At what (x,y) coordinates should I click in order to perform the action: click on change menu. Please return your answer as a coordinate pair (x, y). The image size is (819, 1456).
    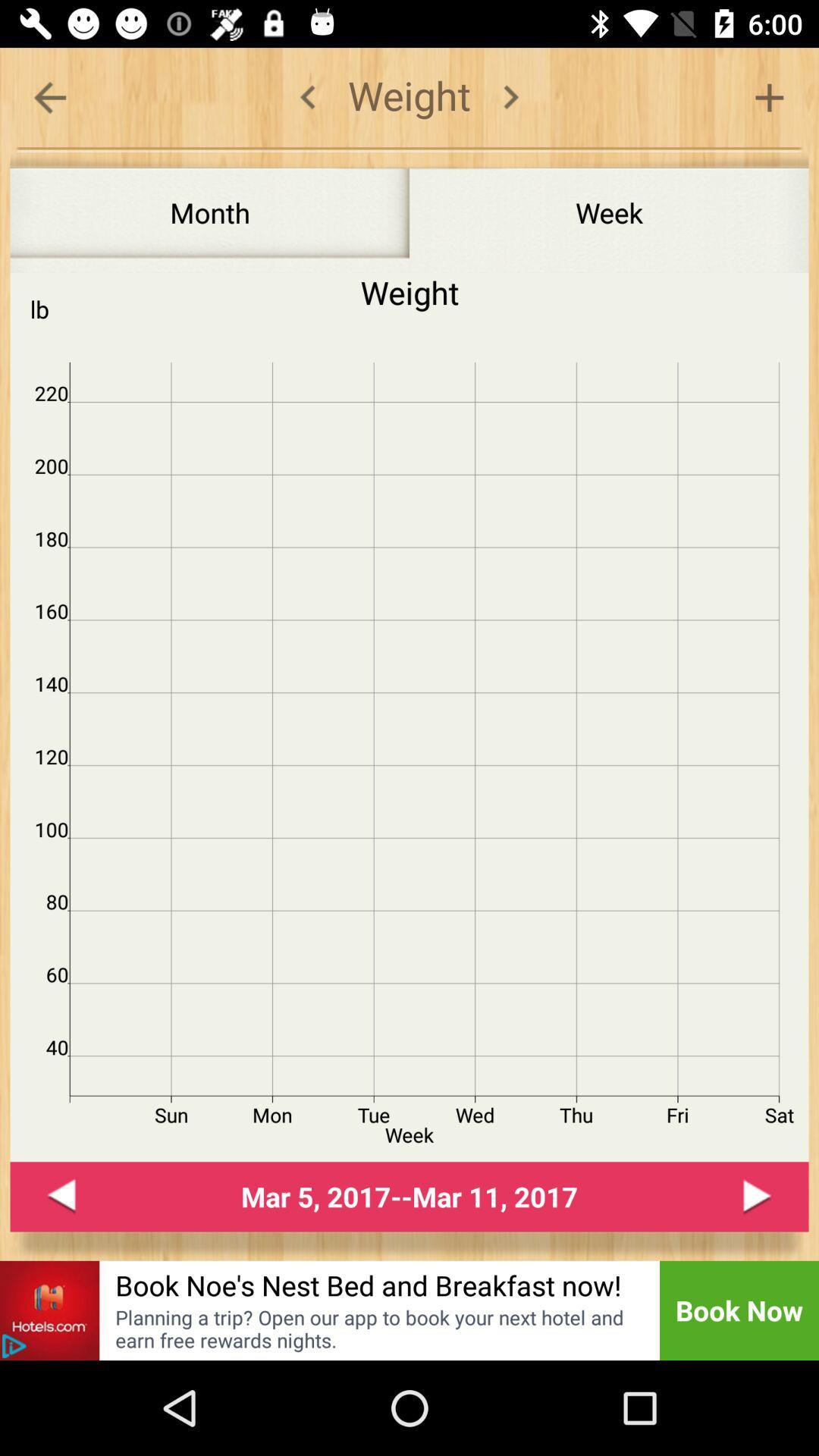
    Looking at the image, I should click on (510, 96).